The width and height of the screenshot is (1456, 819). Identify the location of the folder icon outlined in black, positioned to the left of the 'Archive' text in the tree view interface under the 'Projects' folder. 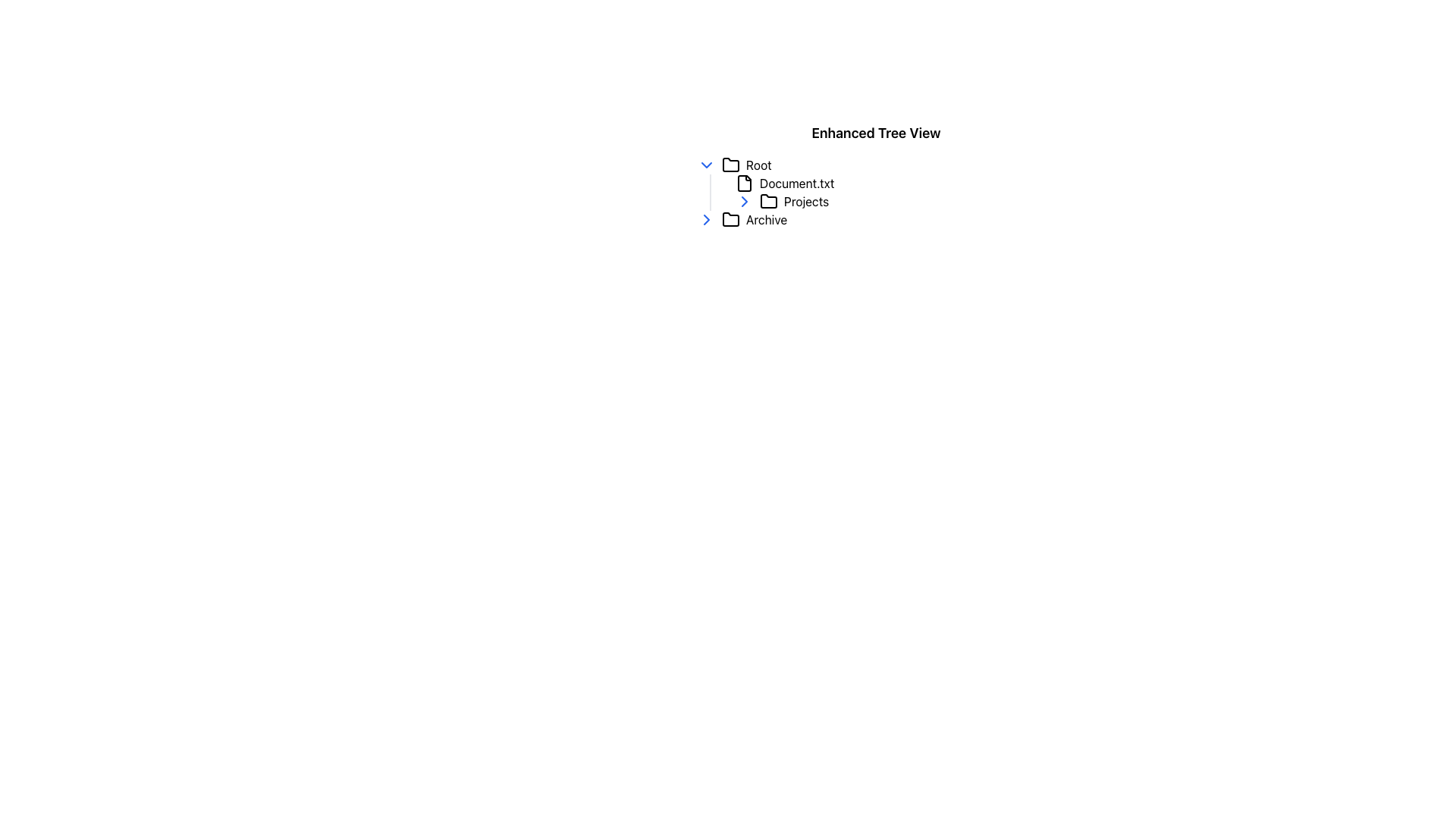
(731, 219).